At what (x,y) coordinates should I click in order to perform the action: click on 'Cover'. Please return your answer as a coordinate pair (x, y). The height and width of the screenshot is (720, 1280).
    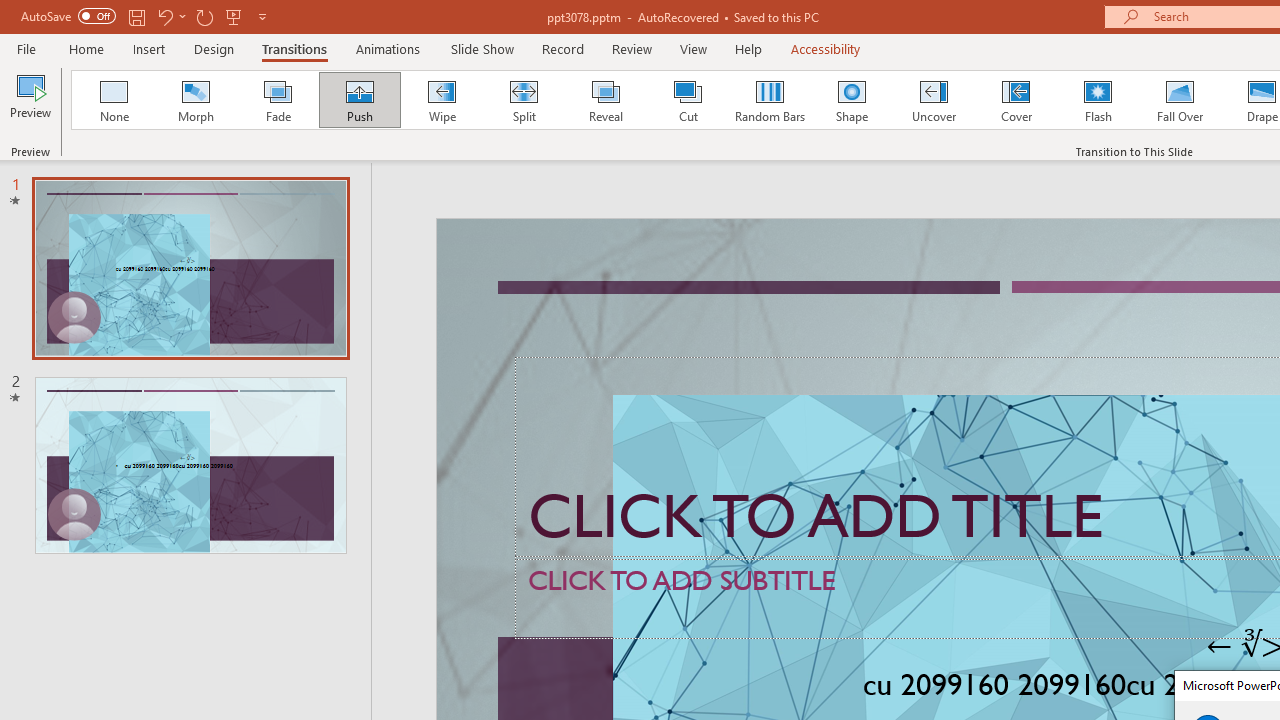
    Looking at the image, I should click on (1016, 100).